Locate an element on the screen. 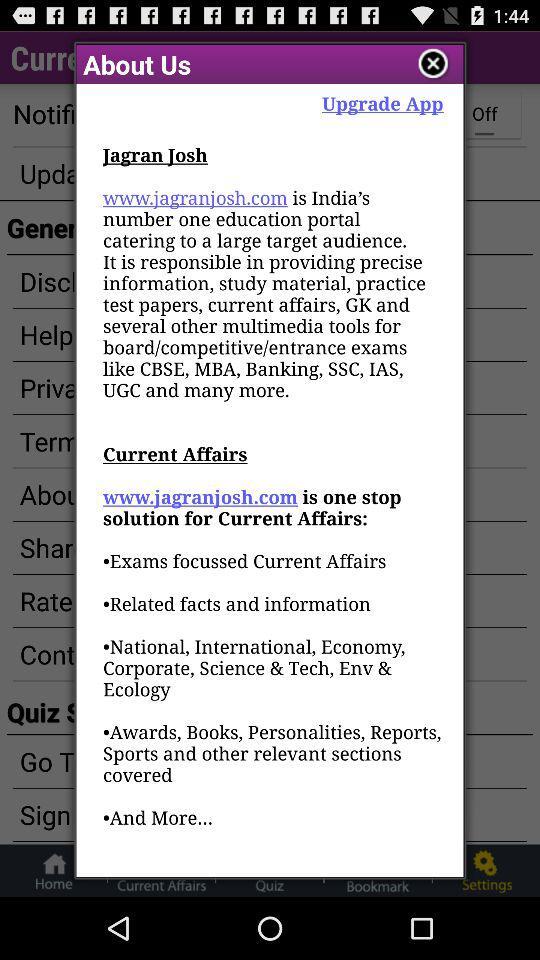  the page is located at coordinates (432, 64).